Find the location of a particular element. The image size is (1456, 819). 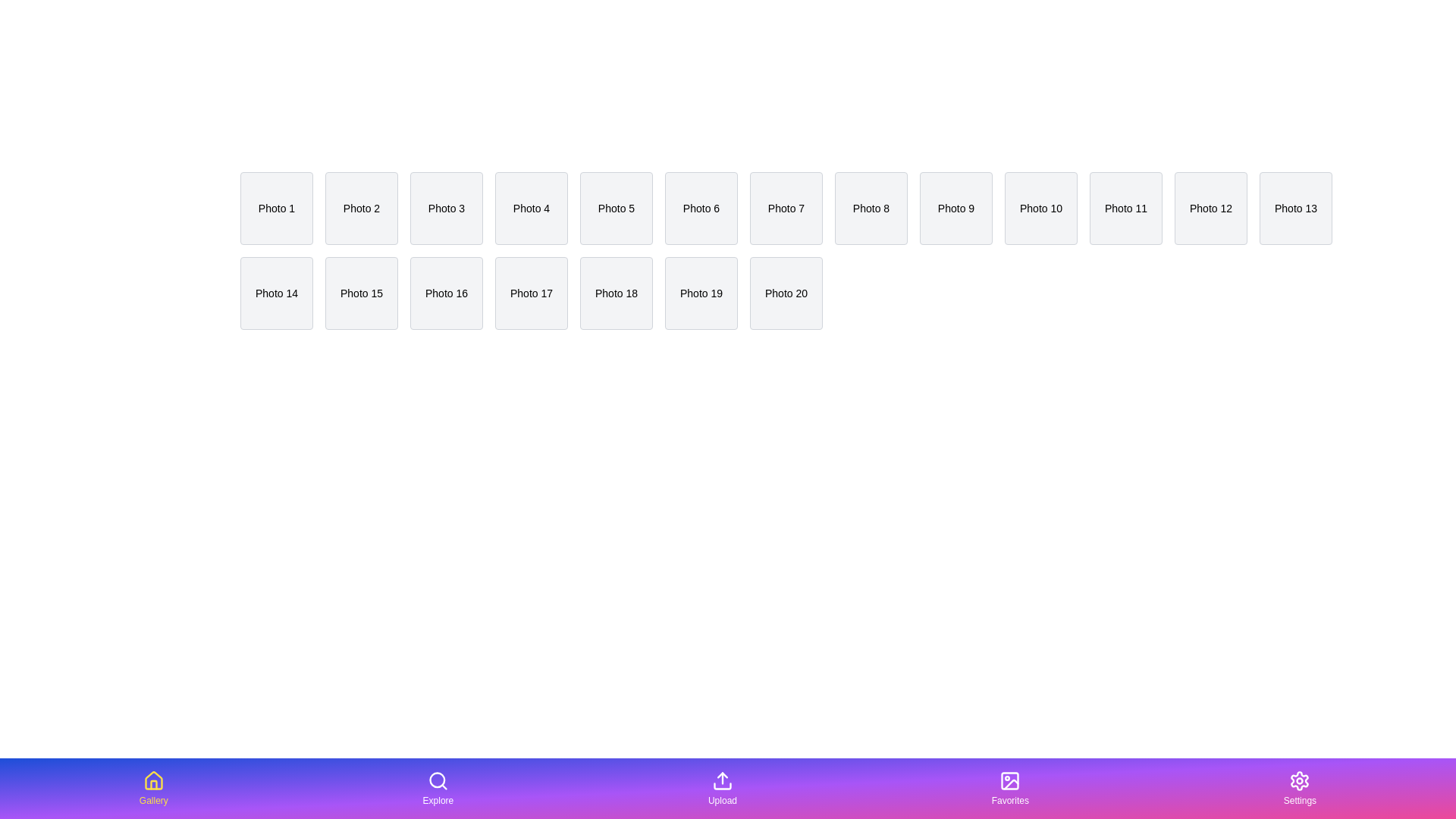

the tab labeled Favorites in the bottom navigation bar is located at coordinates (1009, 788).